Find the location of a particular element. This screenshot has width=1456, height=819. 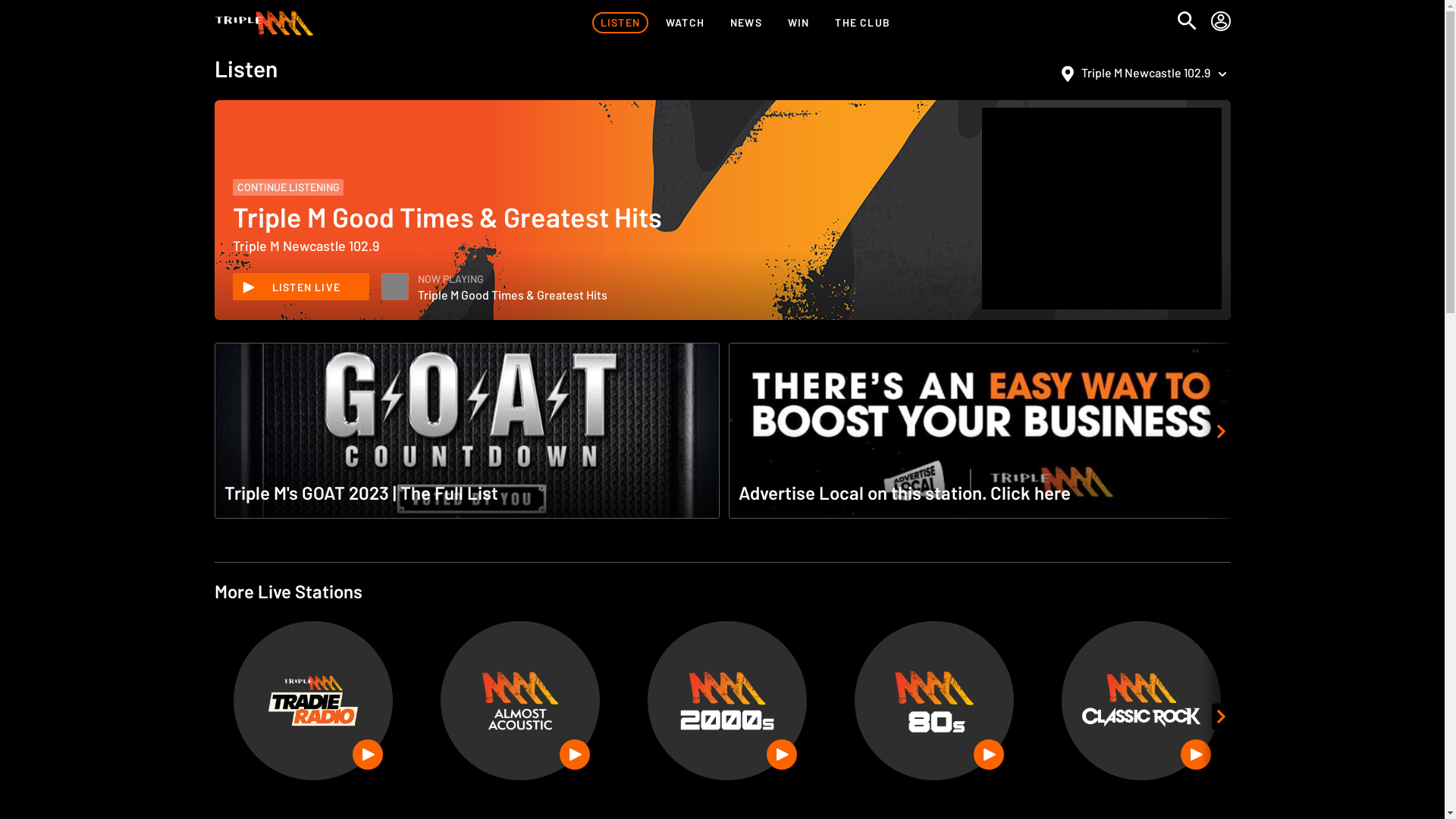

'THE CLUB' is located at coordinates (825, 23).